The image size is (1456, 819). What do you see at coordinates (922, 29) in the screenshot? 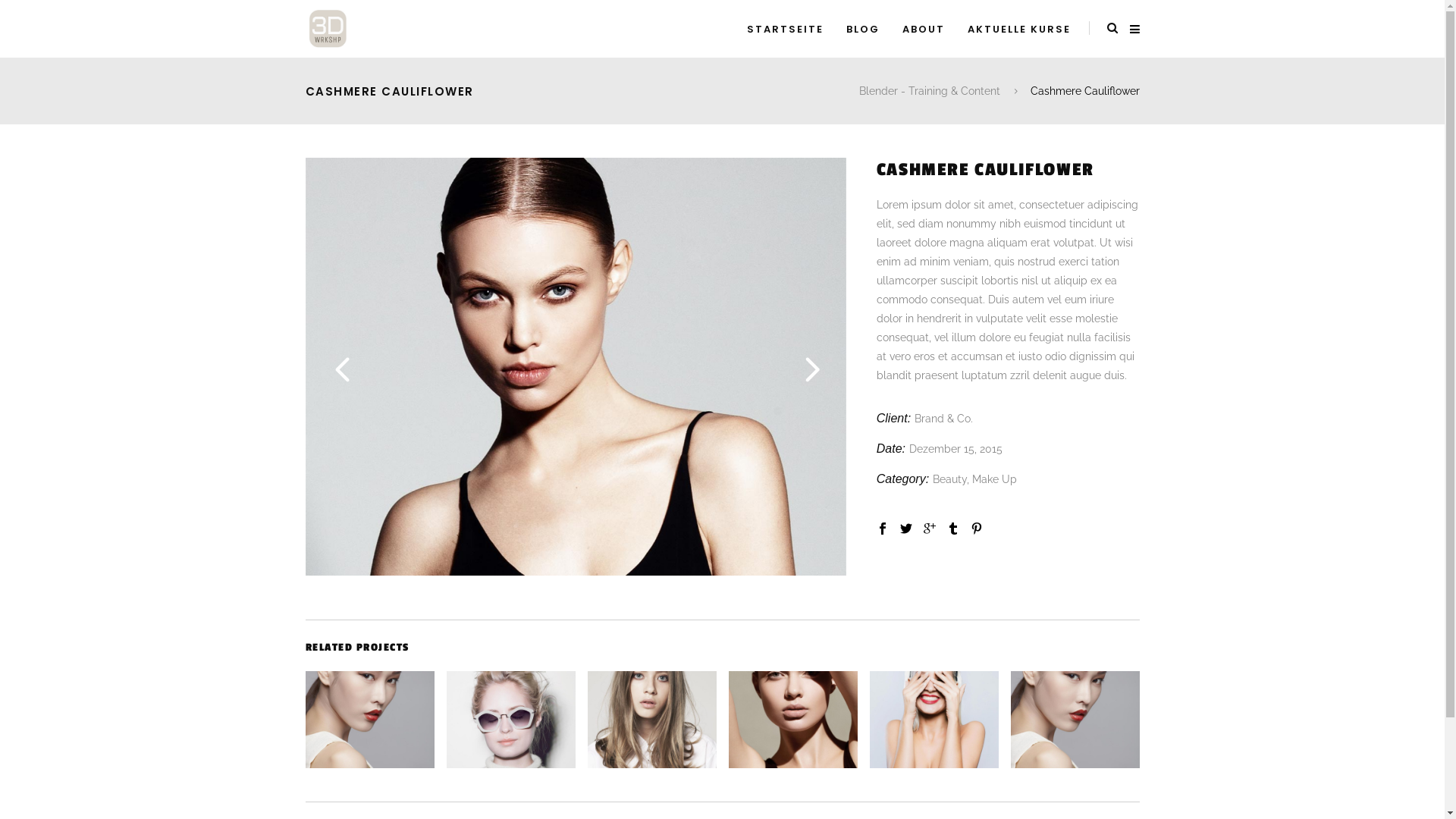
I see `'ABOUT'` at bounding box center [922, 29].